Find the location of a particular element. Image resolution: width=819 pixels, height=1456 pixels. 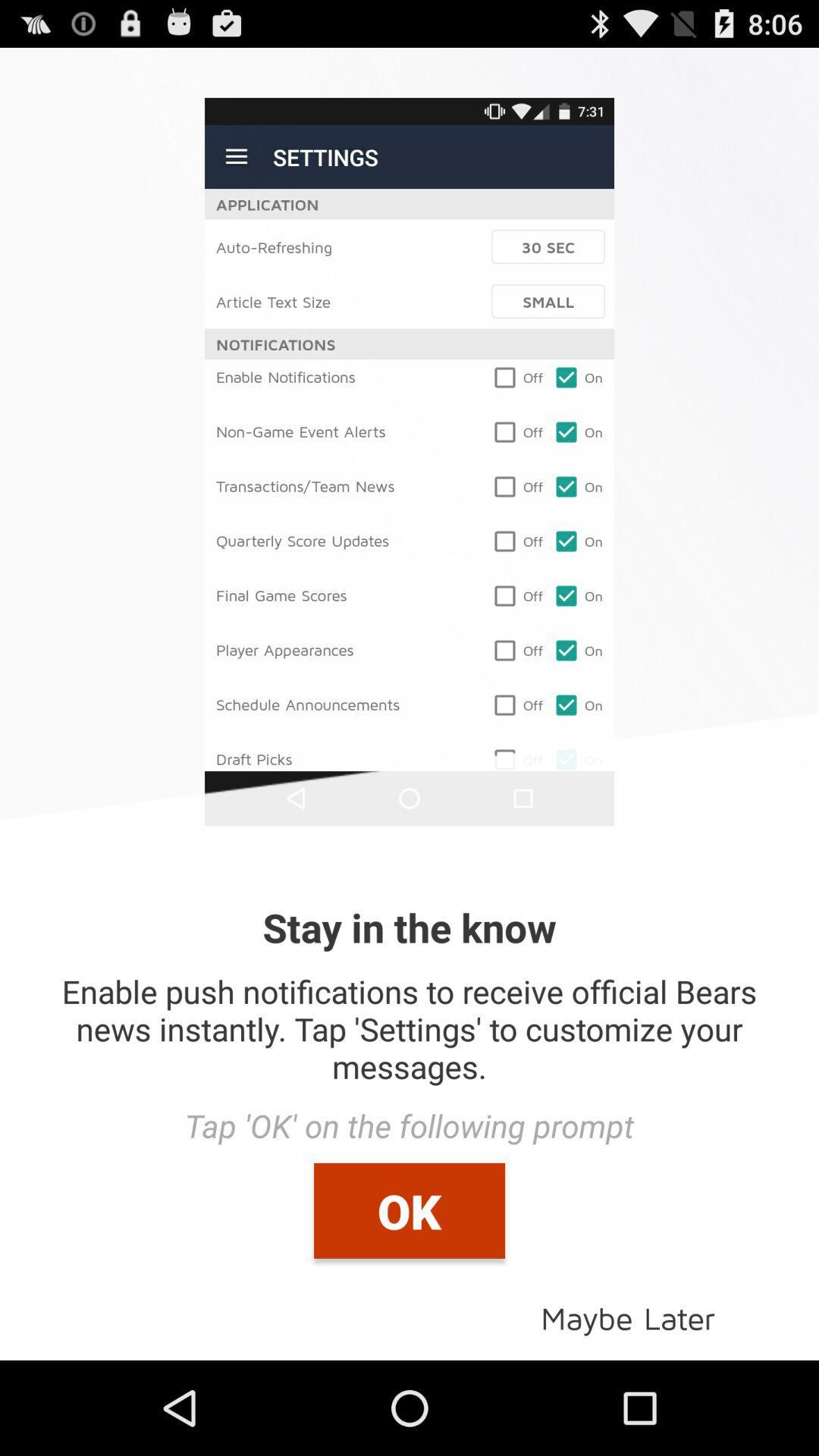

icon below ok item is located at coordinates (628, 1316).